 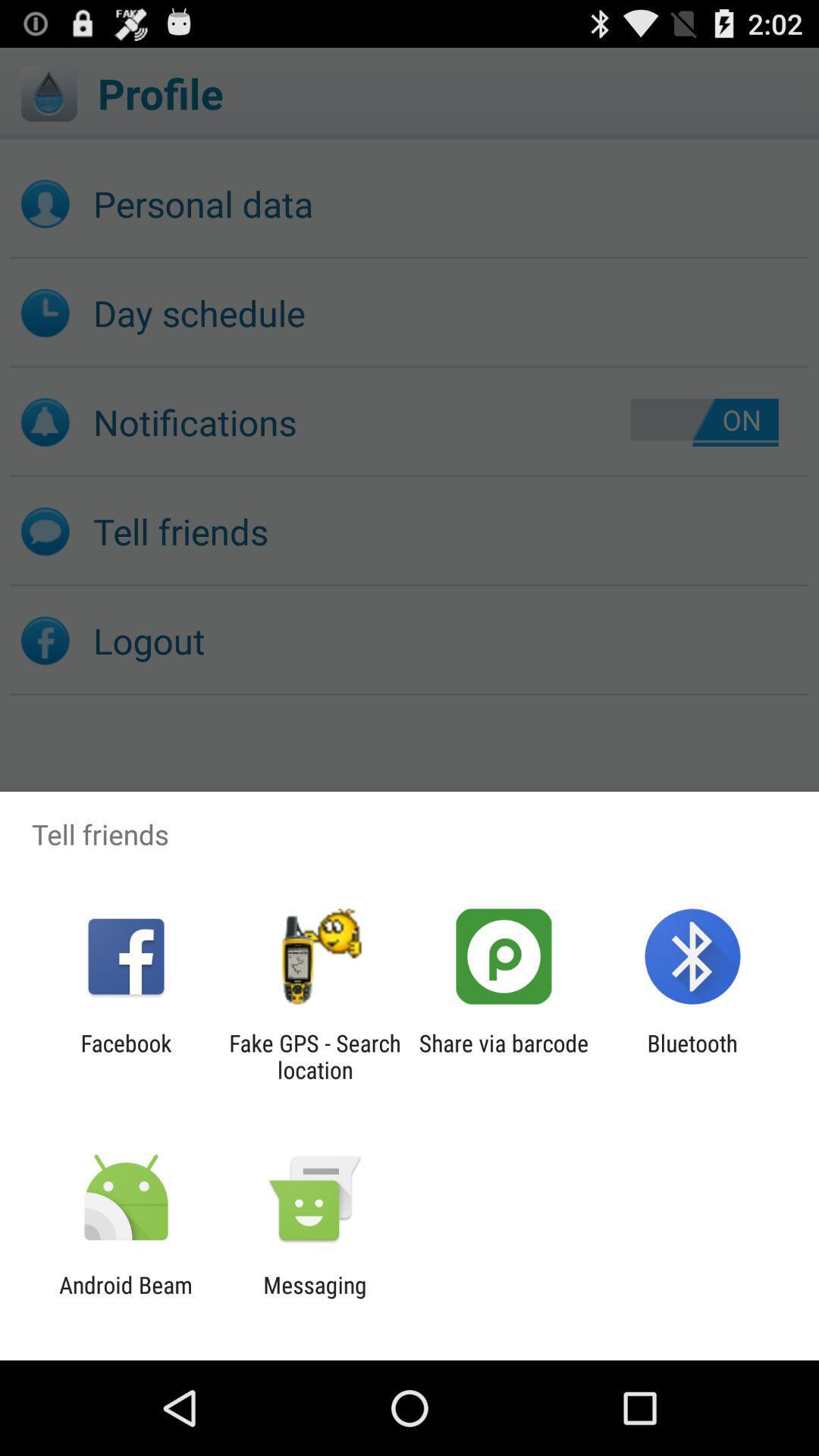 What do you see at coordinates (125, 1298) in the screenshot?
I see `app to the left of messaging` at bounding box center [125, 1298].